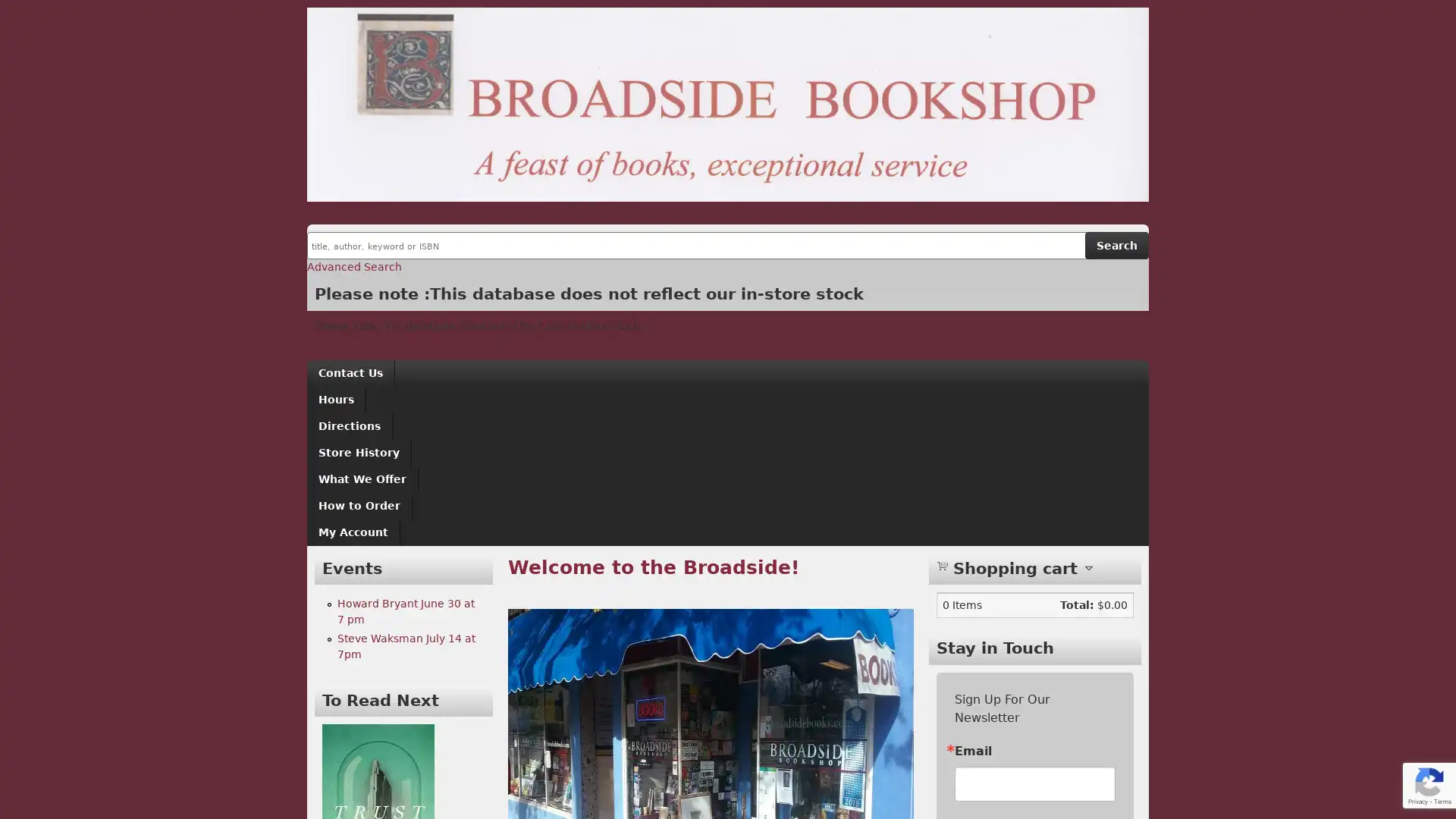  What do you see at coordinates (1117, 245) in the screenshot?
I see `Search` at bounding box center [1117, 245].